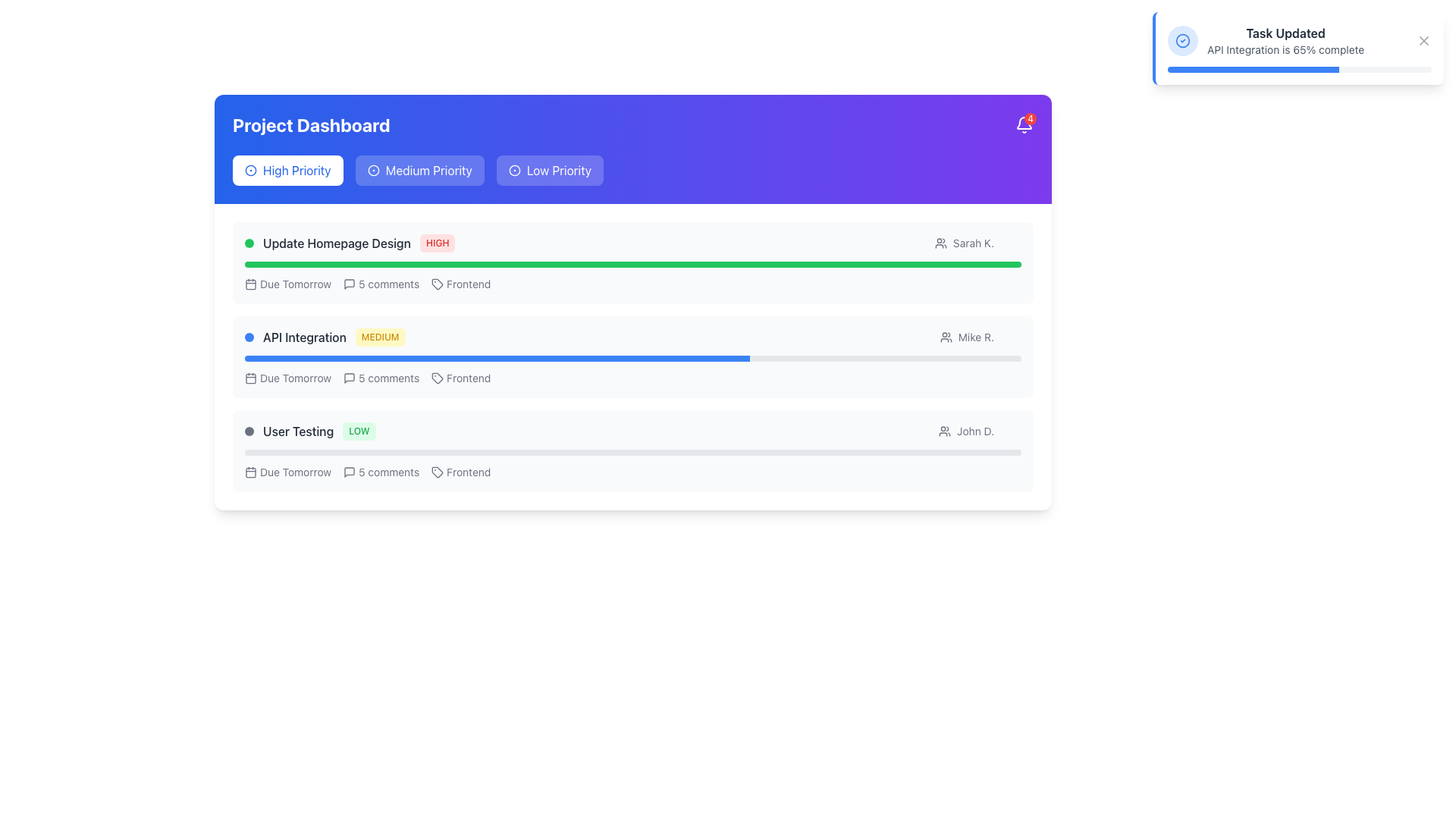 This screenshot has height=819, width=1456. What do you see at coordinates (975, 336) in the screenshot?
I see `the text label indicating the assignee for the 'API Integration' task` at bounding box center [975, 336].